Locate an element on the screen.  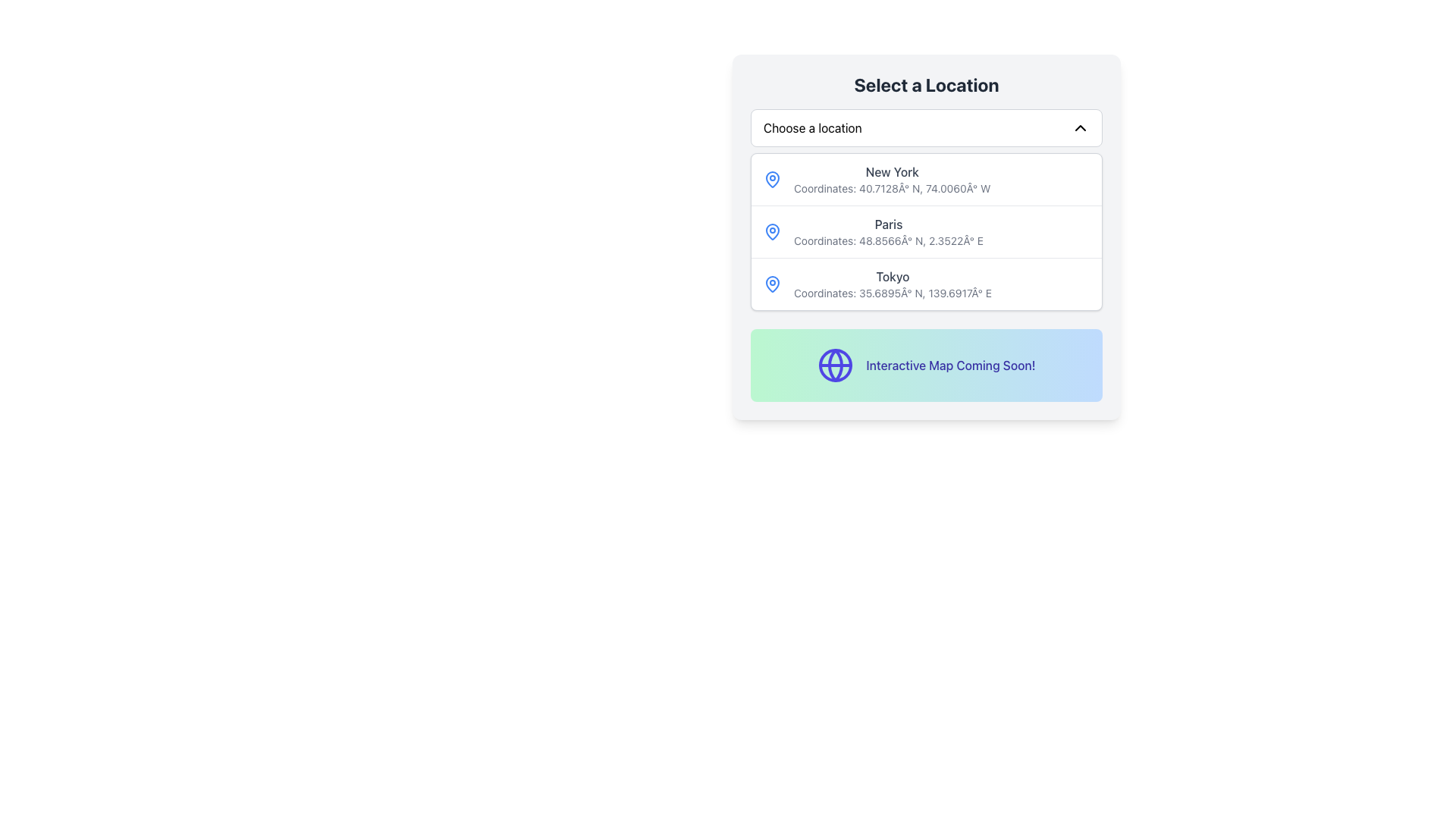
the first selectable option in the list that displays 'New York' and its coordinates is located at coordinates (926, 178).